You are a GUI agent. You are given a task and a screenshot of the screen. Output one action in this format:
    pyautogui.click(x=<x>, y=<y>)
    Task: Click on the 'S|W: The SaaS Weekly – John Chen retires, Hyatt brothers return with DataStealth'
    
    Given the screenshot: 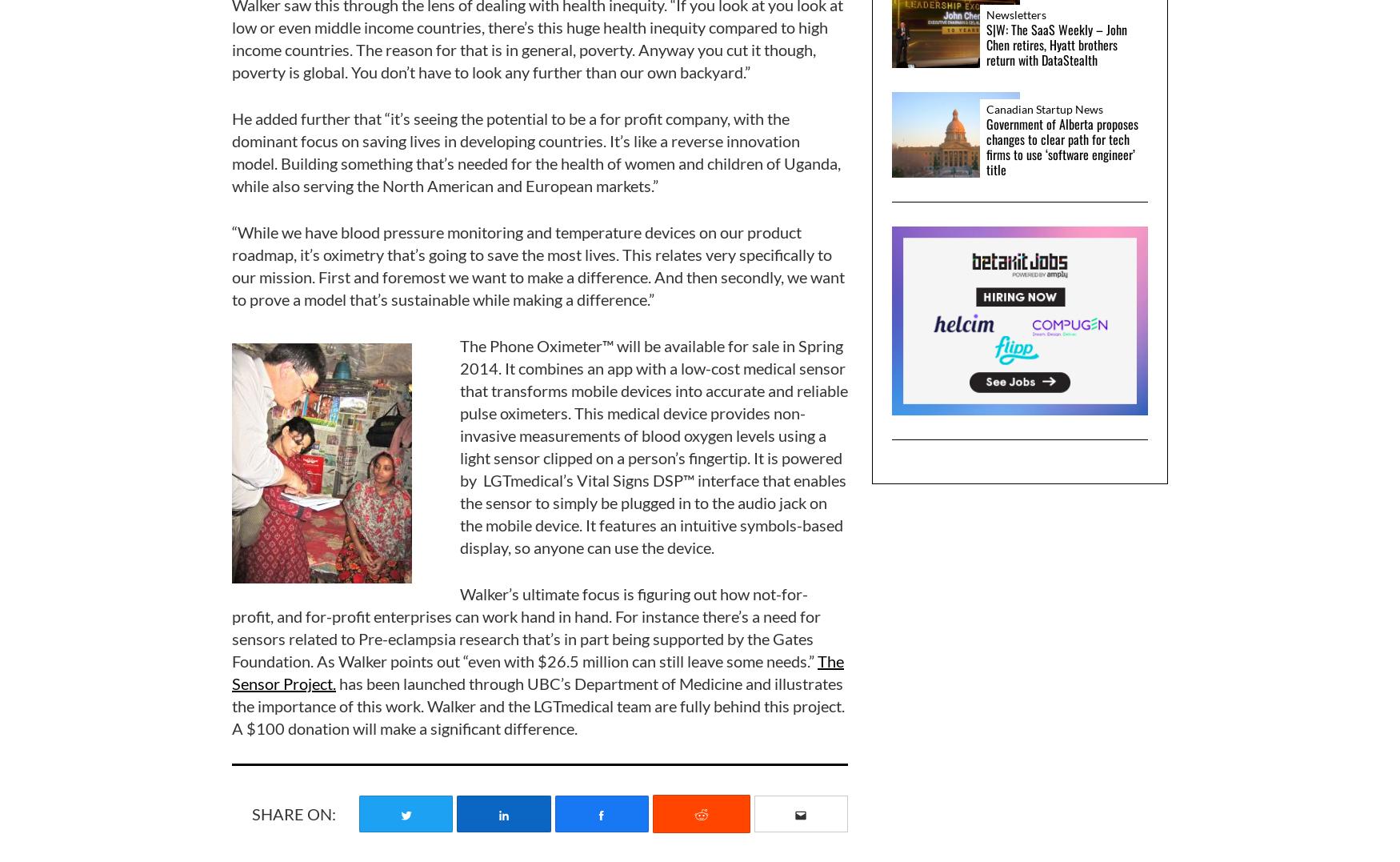 What is the action you would take?
    pyautogui.click(x=1057, y=44)
    